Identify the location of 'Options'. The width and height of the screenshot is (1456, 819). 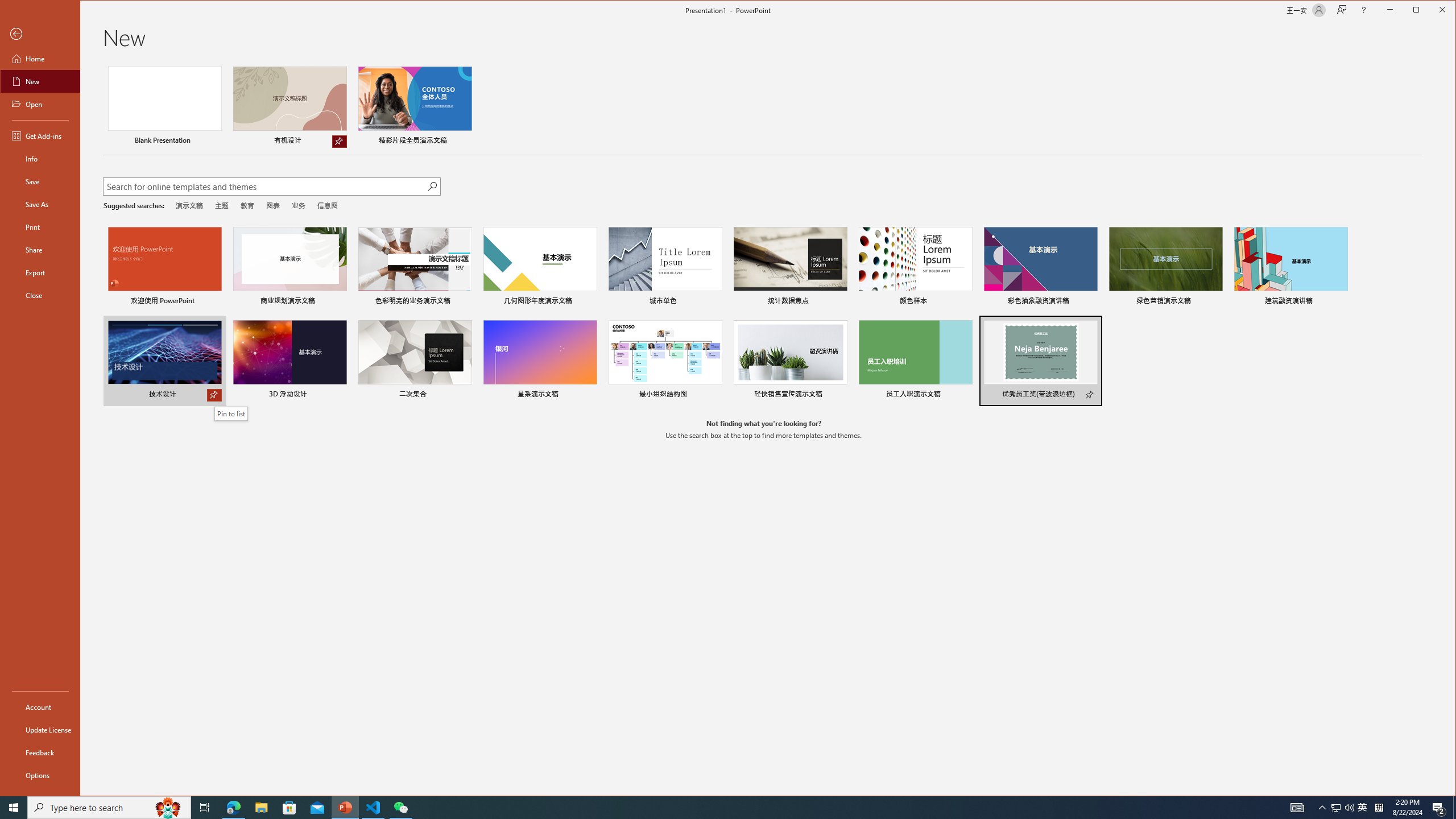
(39, 775).